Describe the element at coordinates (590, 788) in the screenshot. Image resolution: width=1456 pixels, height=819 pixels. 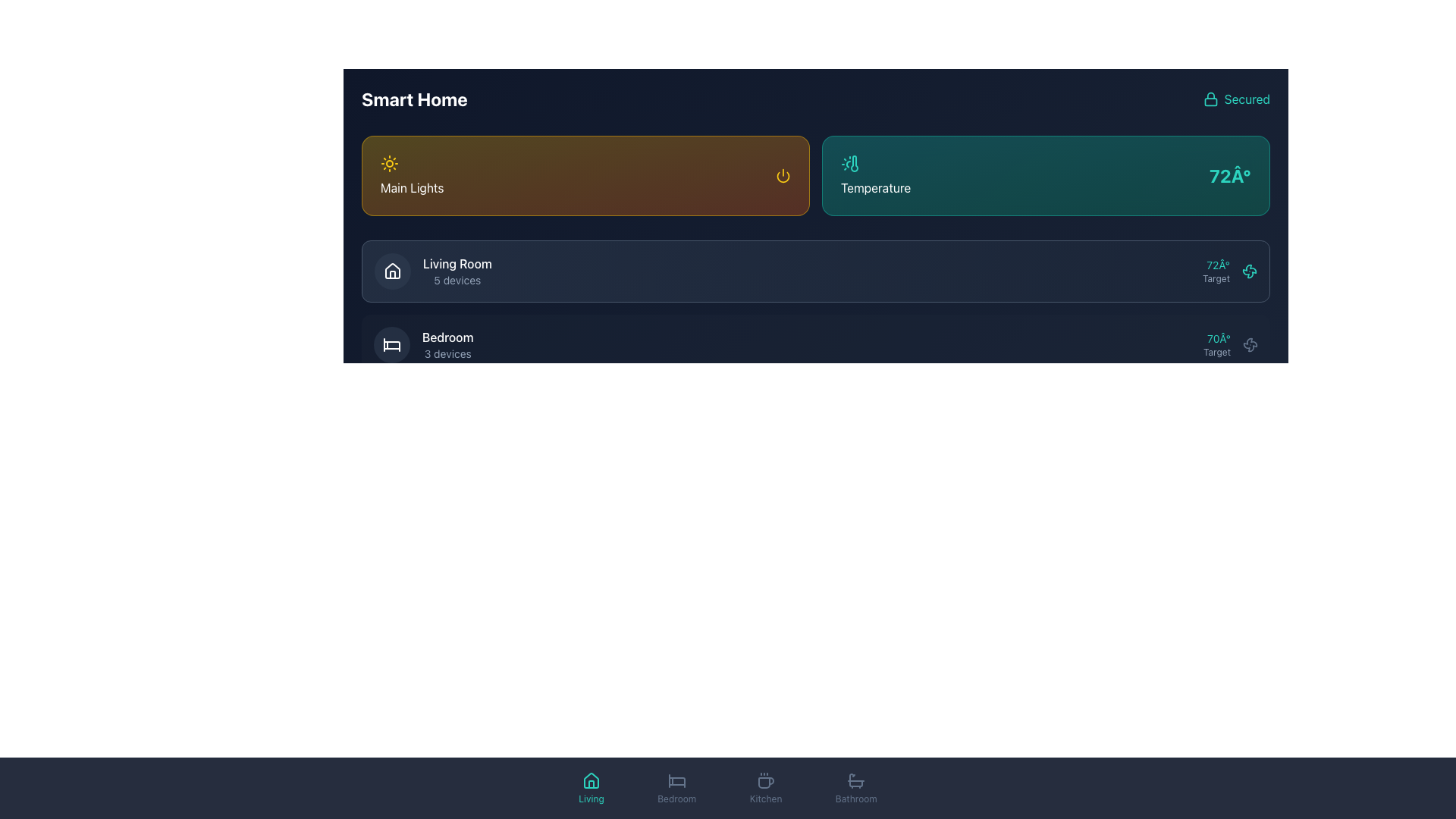
I see `the 'Living' button, which features a teal outlined house icon above the text 'Living'` at that location.